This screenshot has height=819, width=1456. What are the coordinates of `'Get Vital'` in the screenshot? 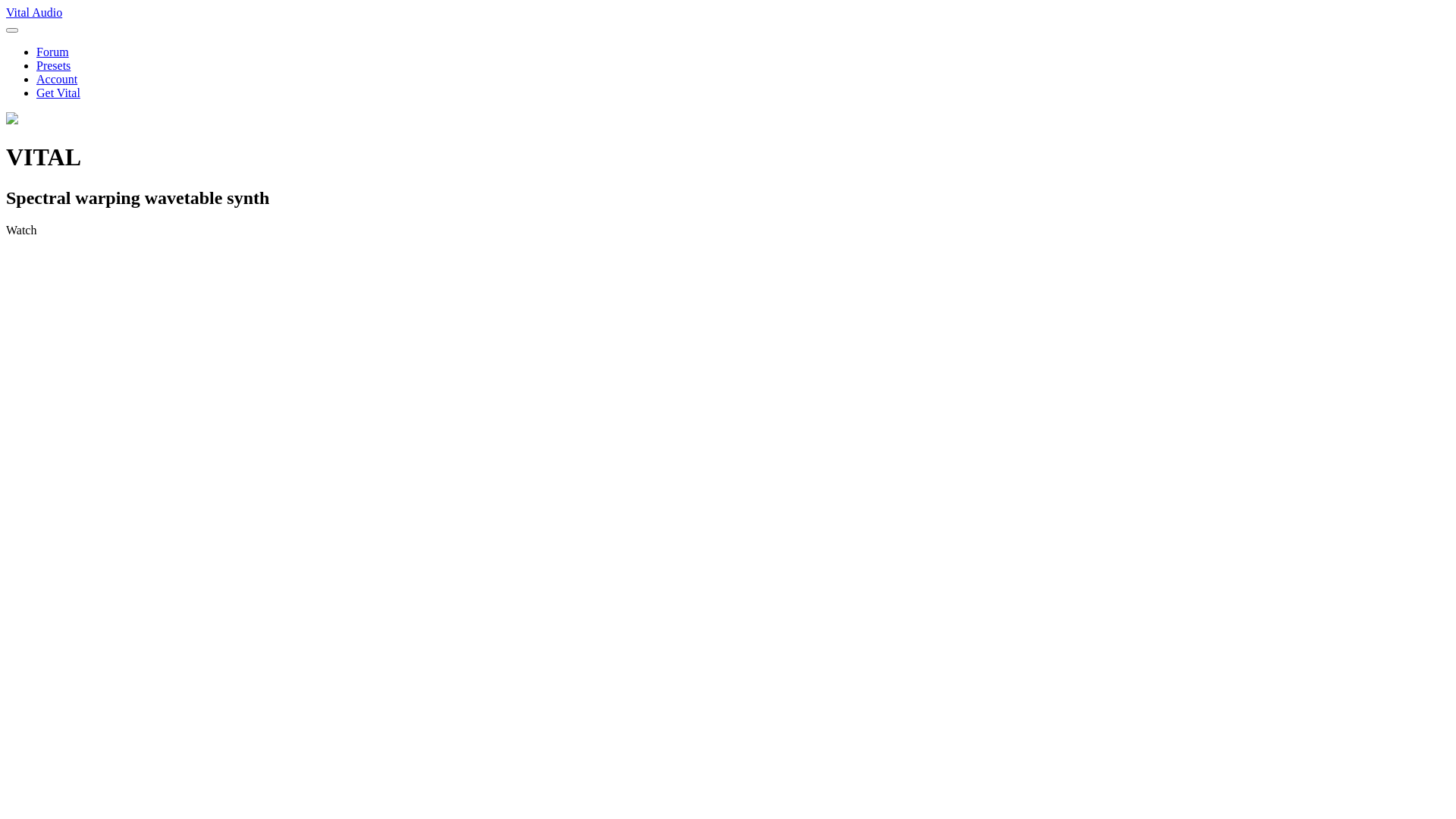 It's located at (58, 93).